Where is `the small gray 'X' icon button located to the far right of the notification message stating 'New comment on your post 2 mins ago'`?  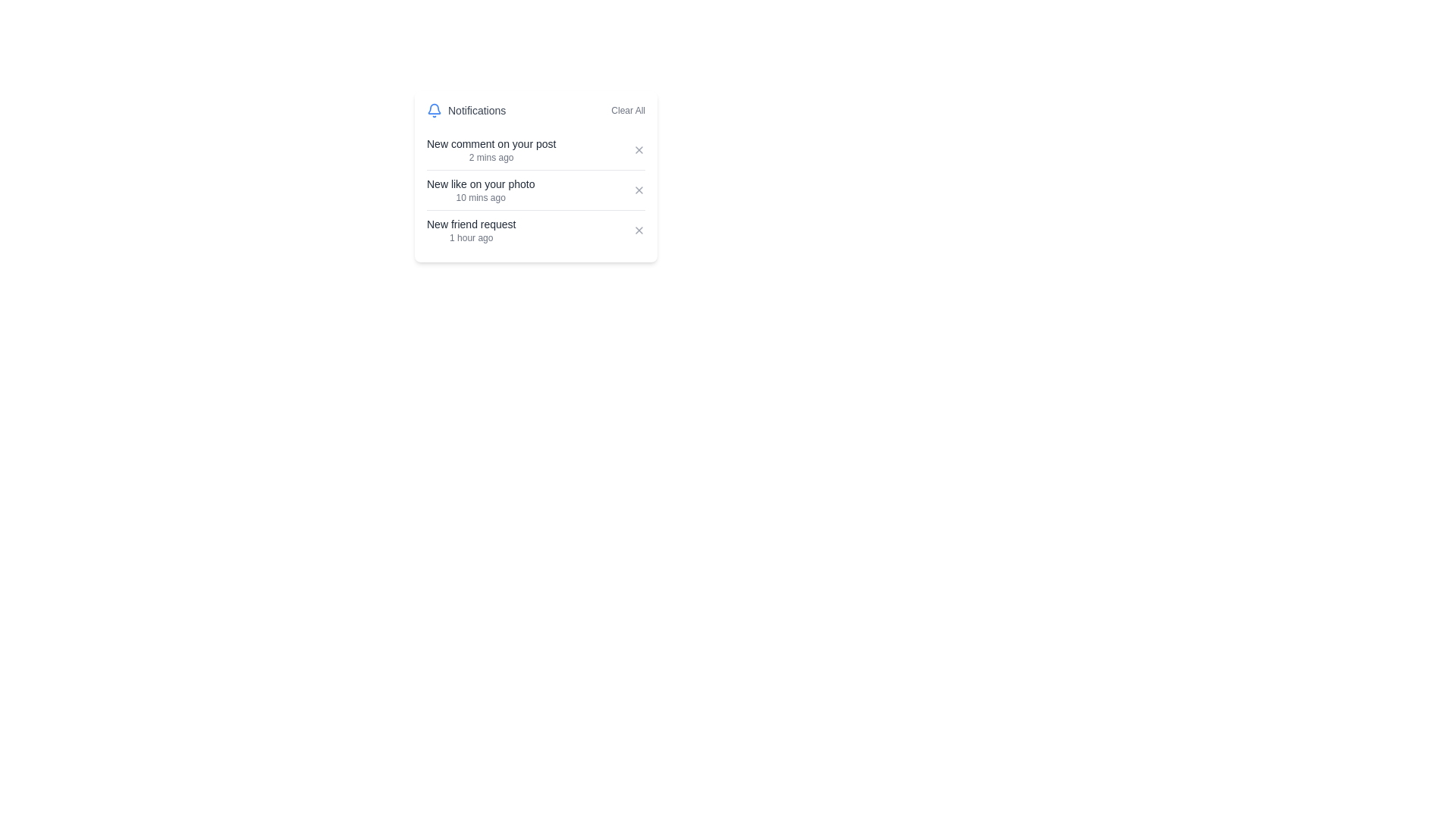 the small gray 'X' icon button located to the far right of the notification message stating 'New comment on your post 2 mins ago' is located at coordinates (639, 149).